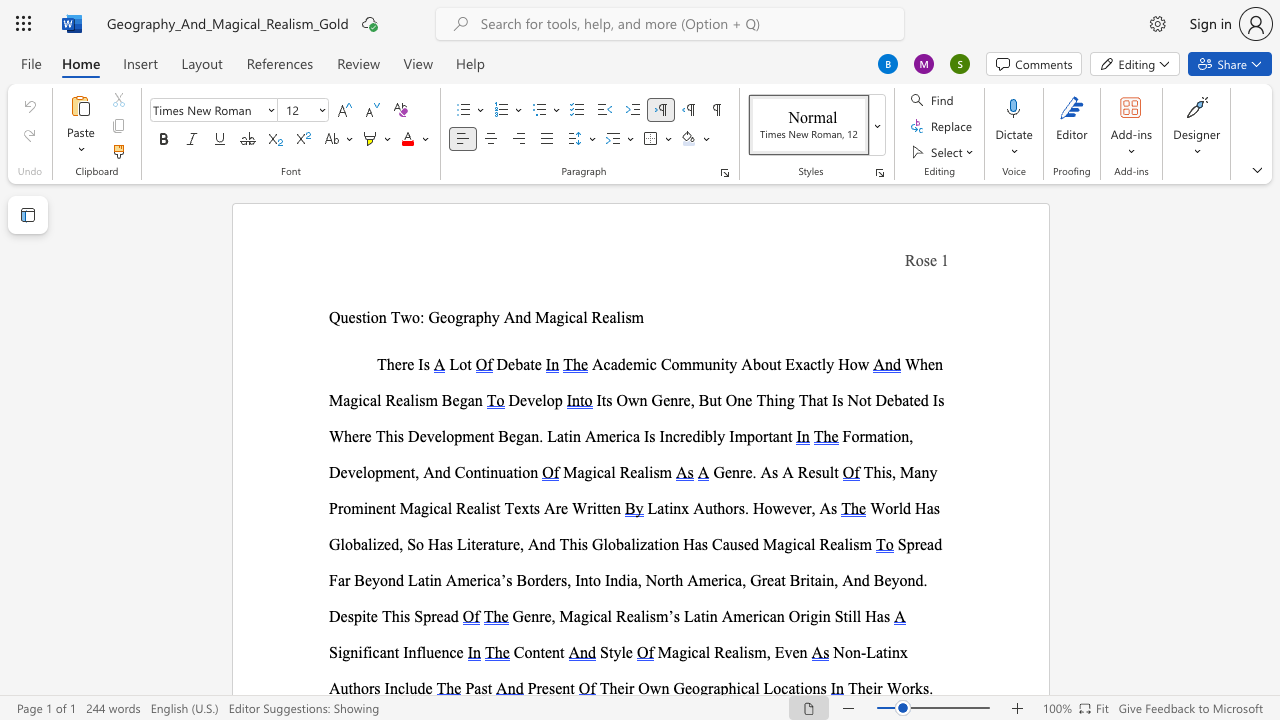 The height and width of the screenshot is (720, 1280). What do you see at coordinates (836, 580) in the screenshot?
I see `the 4th character "," in the text` at bounding box center [836, 580].